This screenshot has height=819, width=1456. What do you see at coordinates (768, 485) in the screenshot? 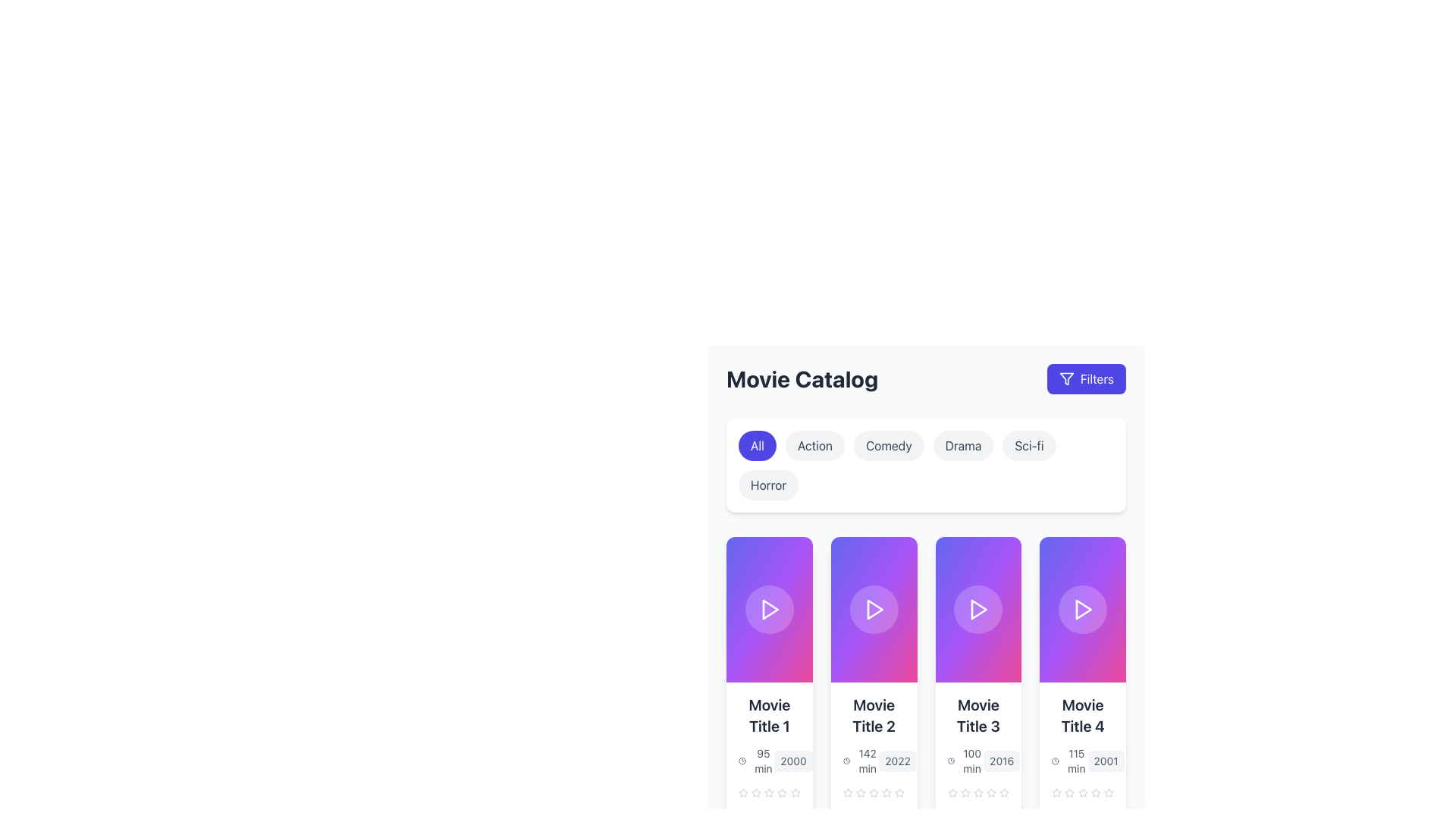
I see `the filter button for the 'Horror' genre located below the 'Movie Catalog' heading to observe styling changes` at bounding box center [768, 485].